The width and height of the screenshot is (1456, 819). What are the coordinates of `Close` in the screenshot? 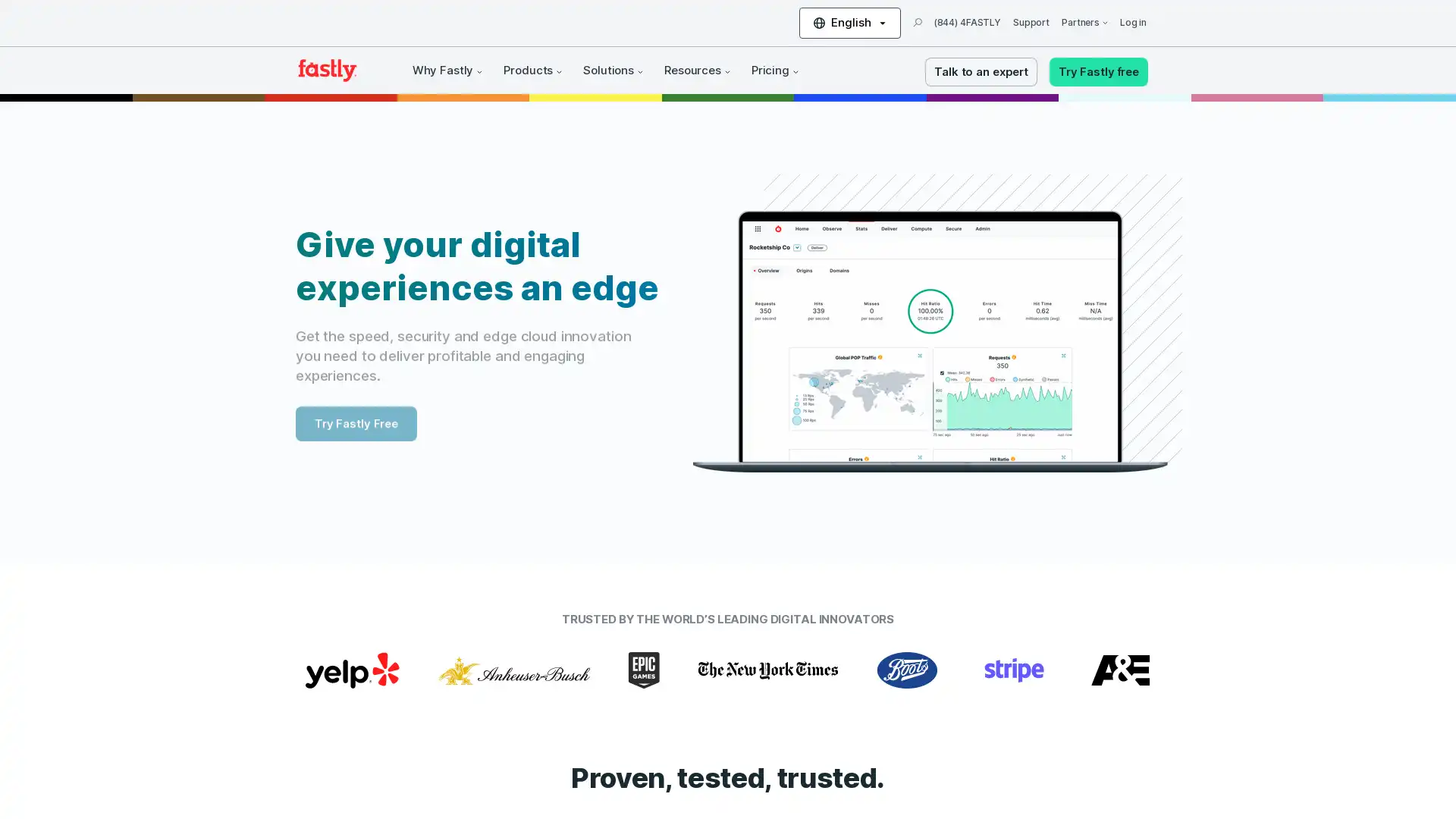 It's located at (277, 614).